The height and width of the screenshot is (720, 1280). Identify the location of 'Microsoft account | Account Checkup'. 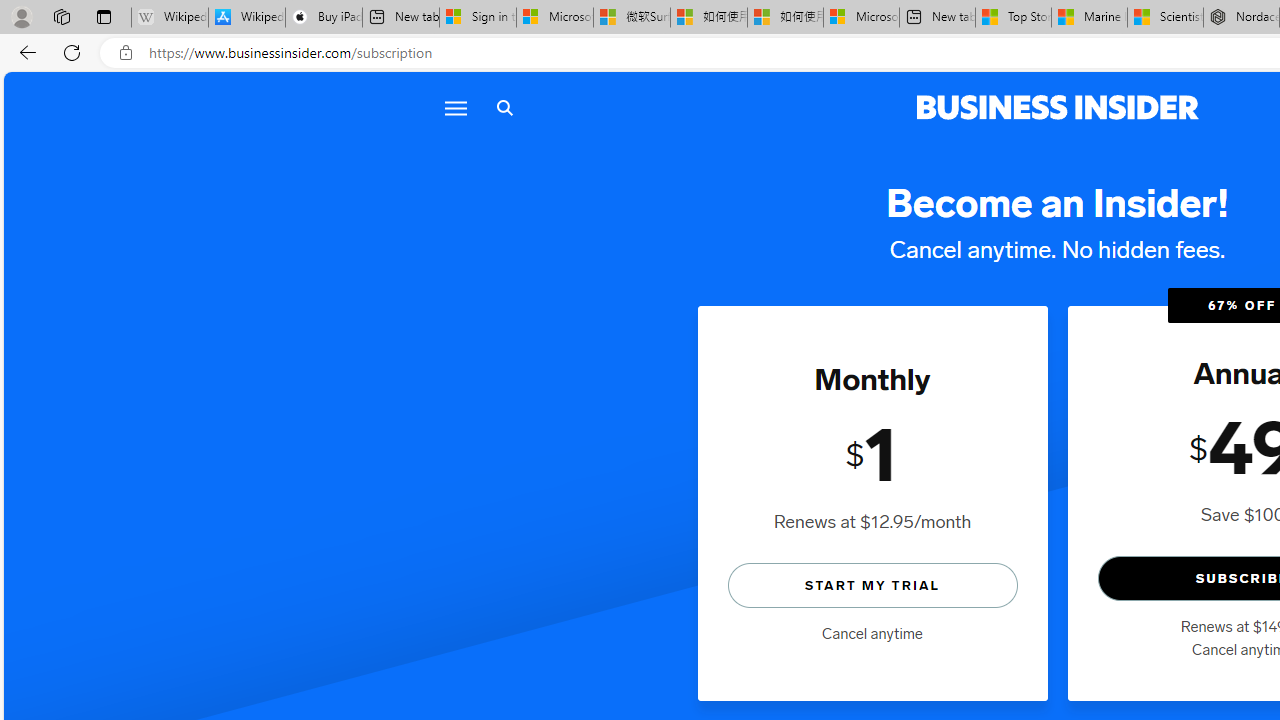
(861, 17).